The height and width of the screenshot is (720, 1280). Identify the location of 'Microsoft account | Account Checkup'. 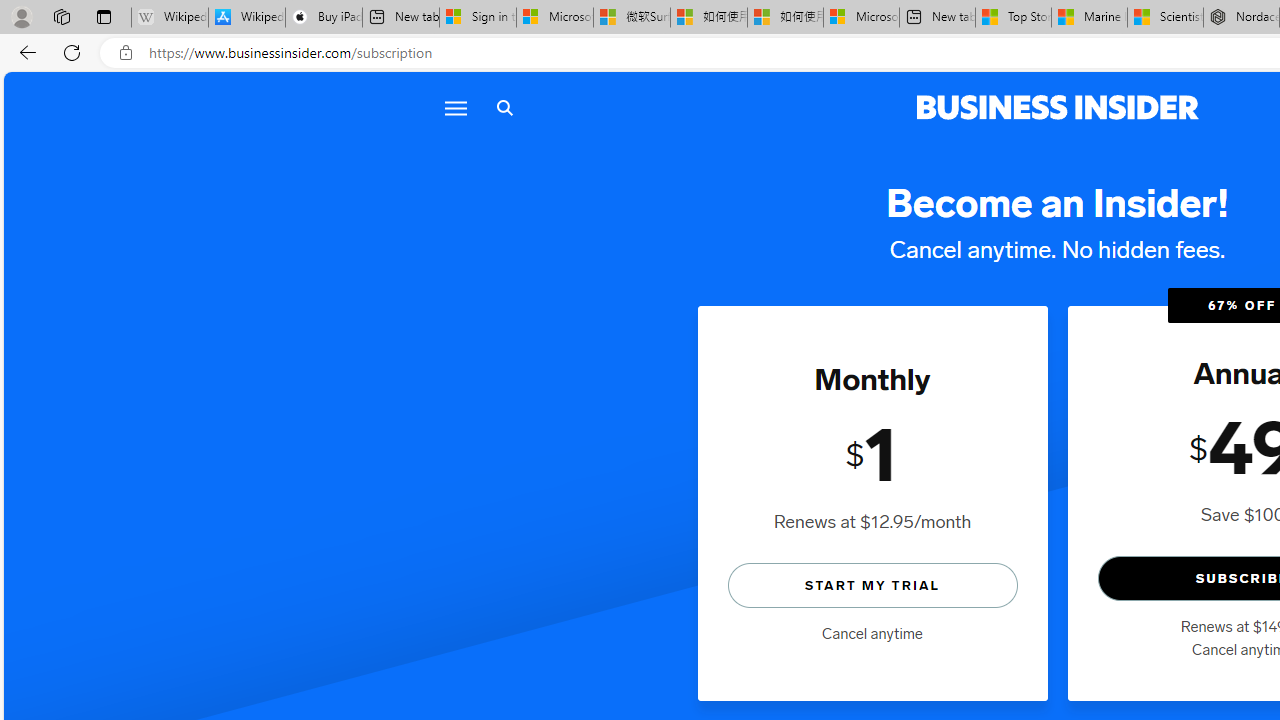
(861, 17).